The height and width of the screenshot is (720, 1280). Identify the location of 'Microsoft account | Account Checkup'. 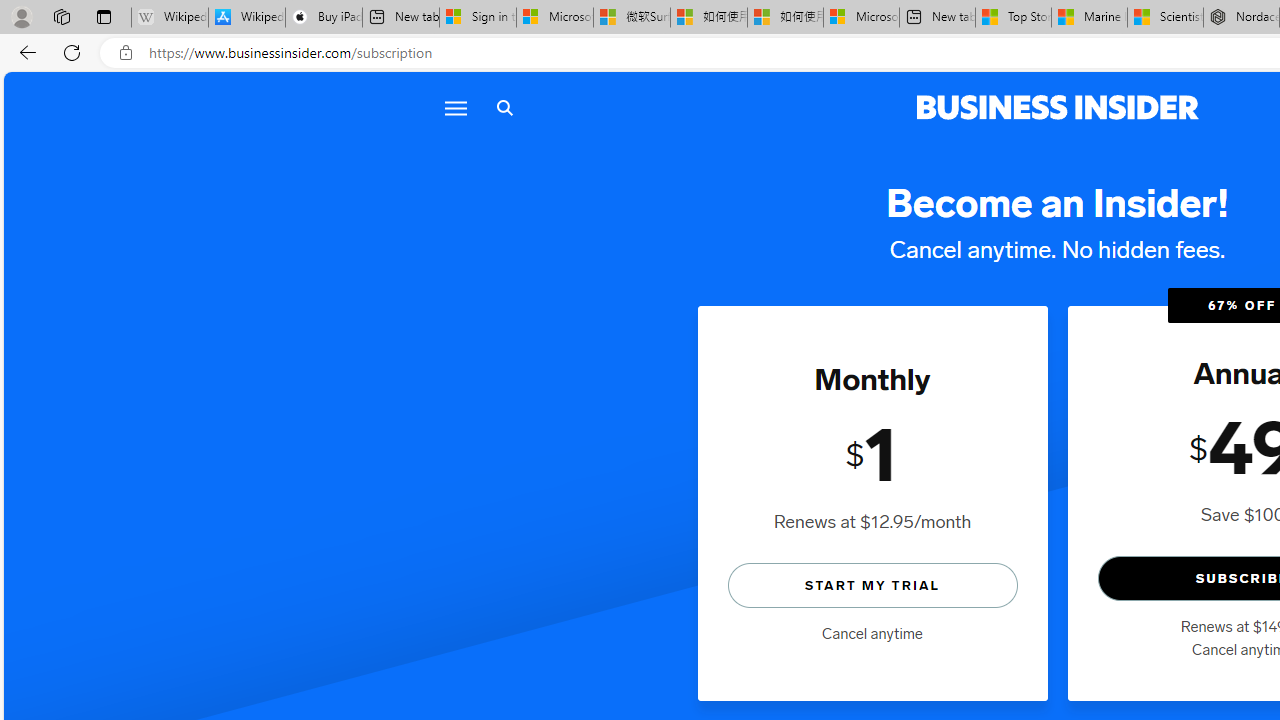
(861, 17).